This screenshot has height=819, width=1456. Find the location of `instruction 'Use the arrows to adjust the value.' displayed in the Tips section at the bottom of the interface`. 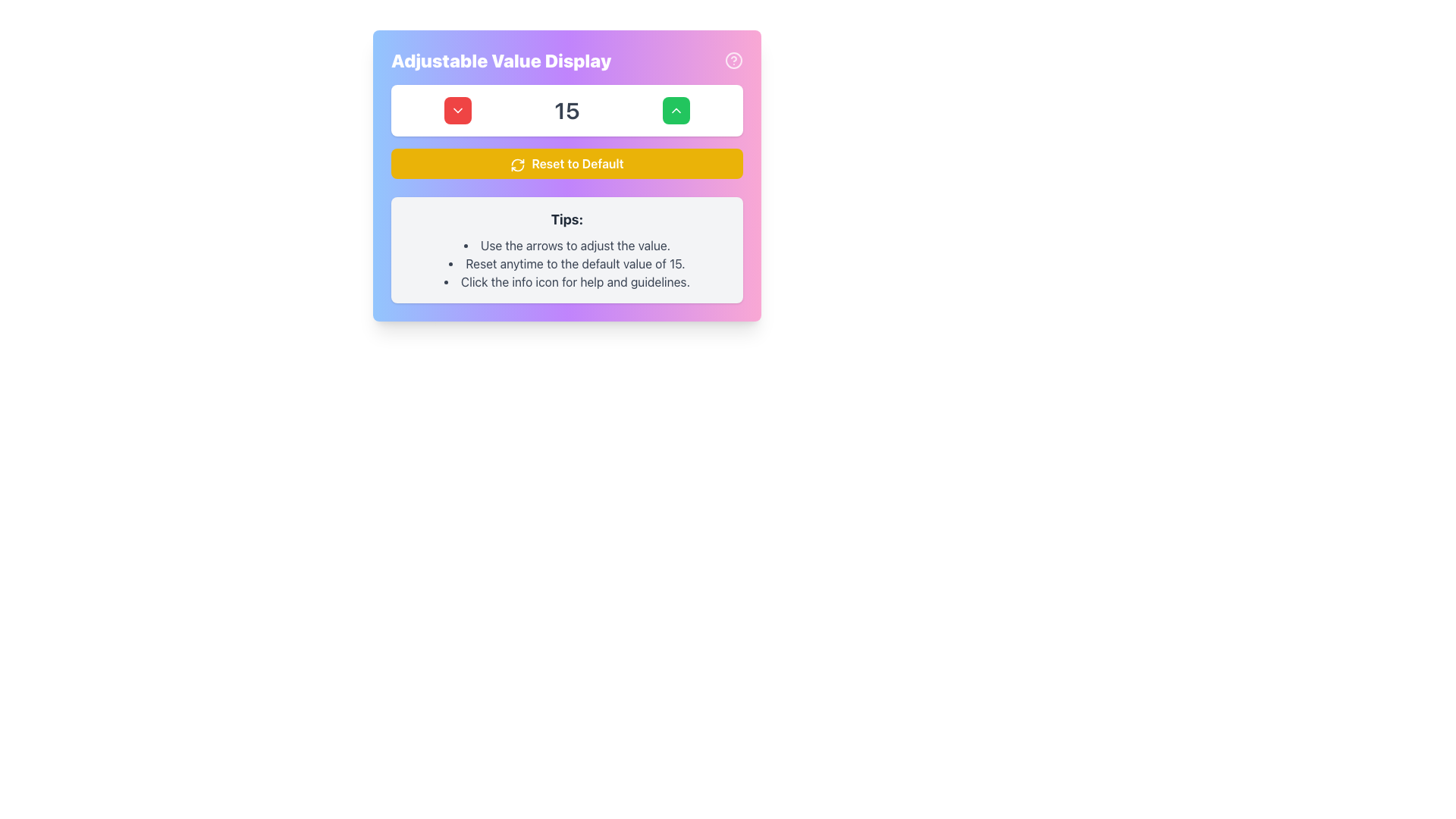

instruction 'Use the arrows to adjust the value.' displayed in the Tips section at the bottom of the interface is located at coordinates (566, 245).